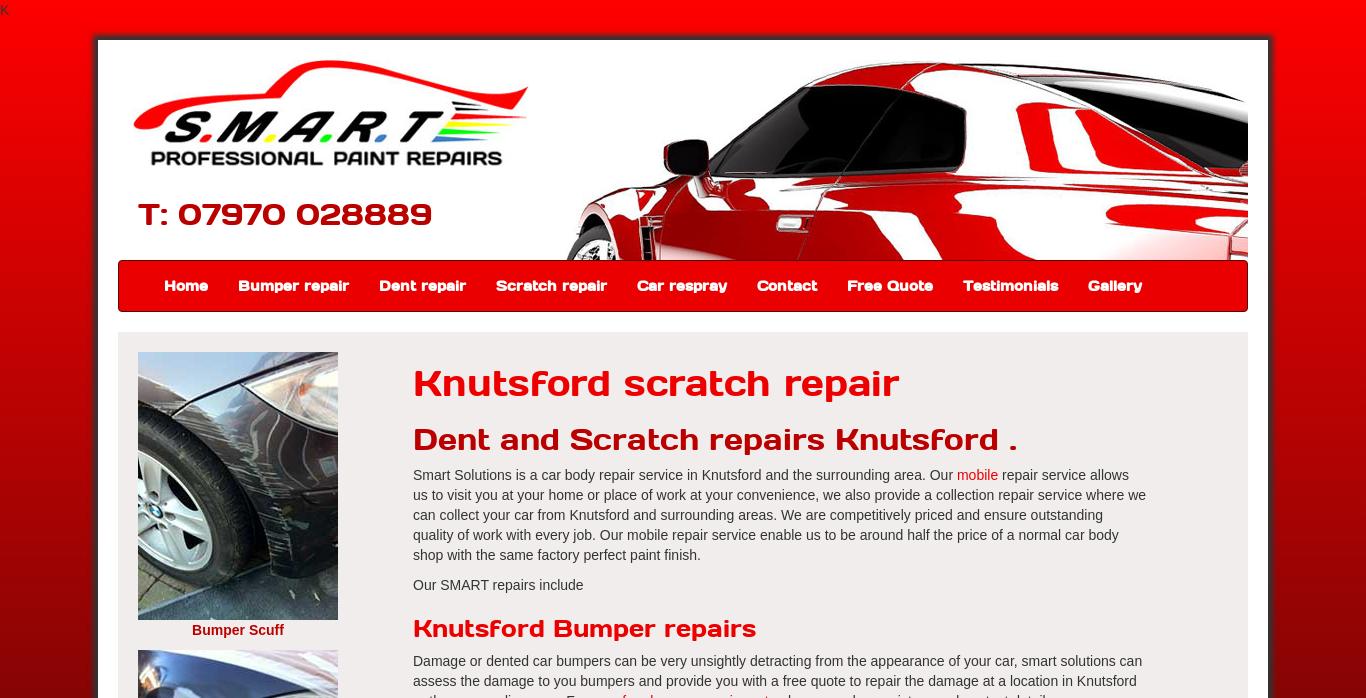  I want to click on 'Smart Solutions is a car body repair service in Knutsford and the surrounding area. Our', so click(411, 474).